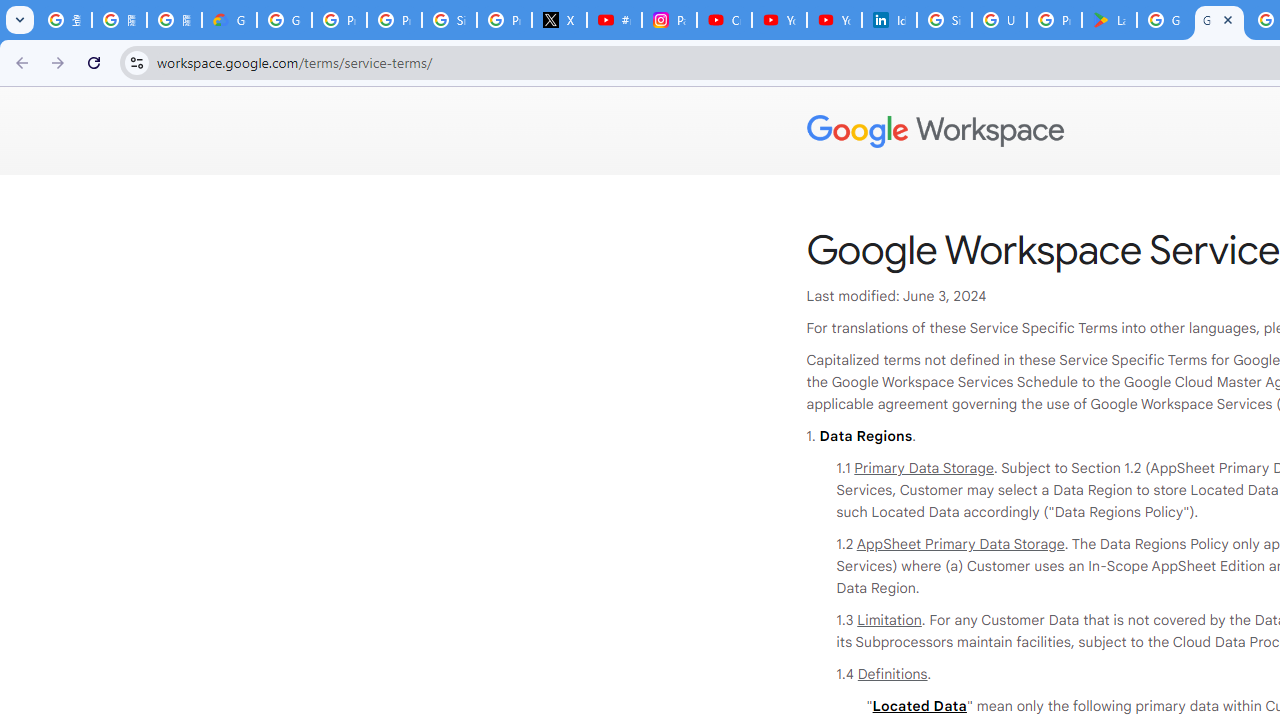  I want to click on 'X', so click(560, 20).